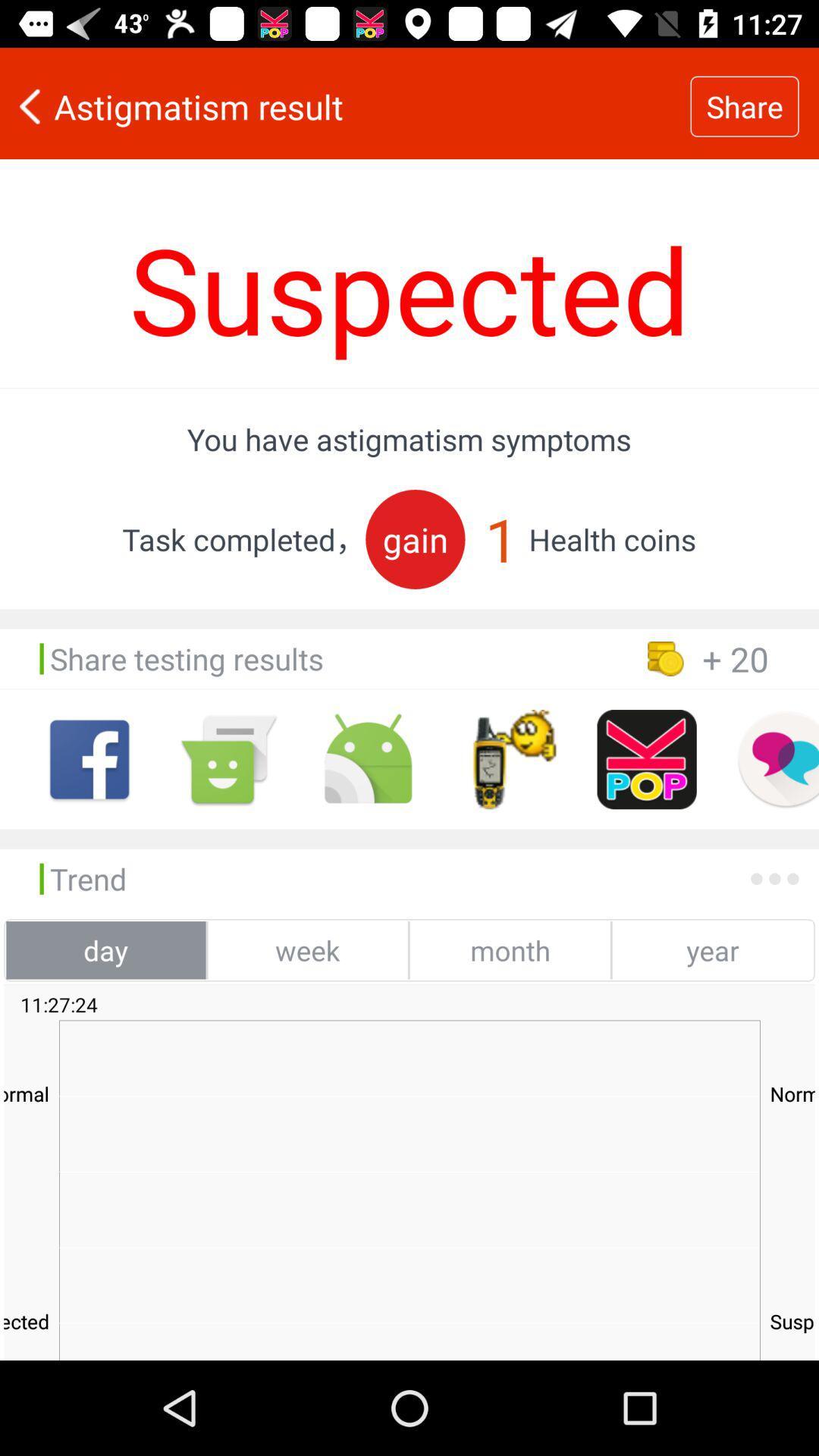  Describe the element at coordinates (777, 759) in the screenshot. I see `the chat icon` at that location.